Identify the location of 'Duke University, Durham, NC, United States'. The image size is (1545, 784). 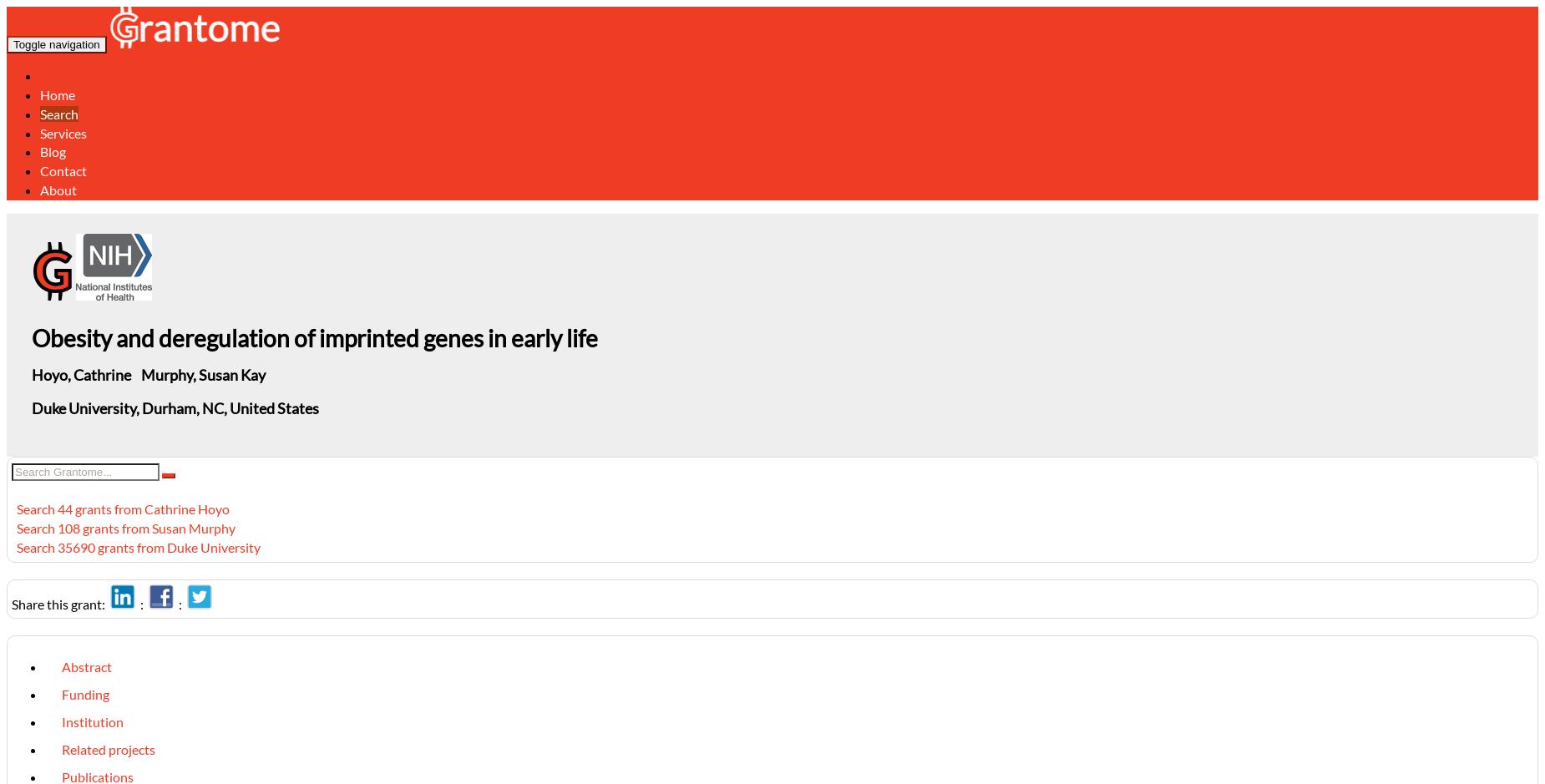
(174, 406).